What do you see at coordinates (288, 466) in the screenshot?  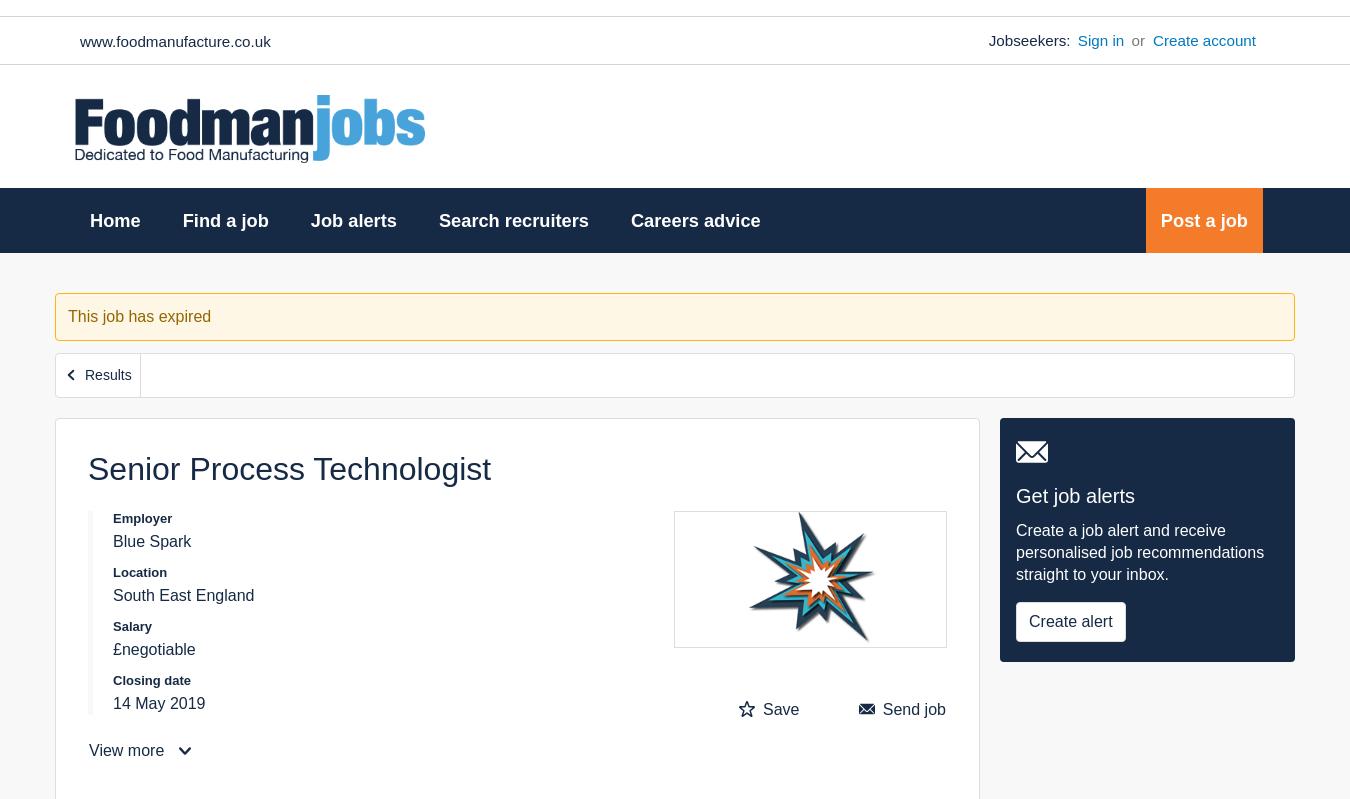 I see `'Senior Process Technologist'` at bounding box center [288, 466].